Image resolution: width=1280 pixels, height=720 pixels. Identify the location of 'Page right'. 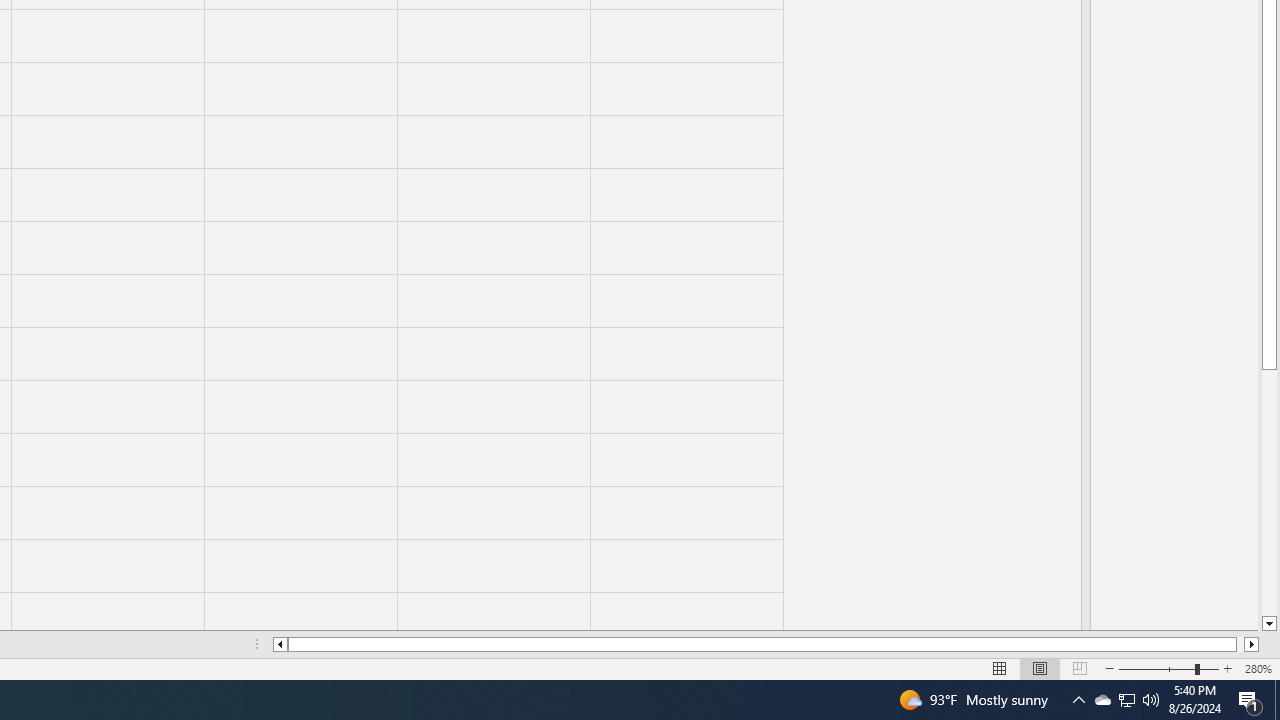
(1239, 644).